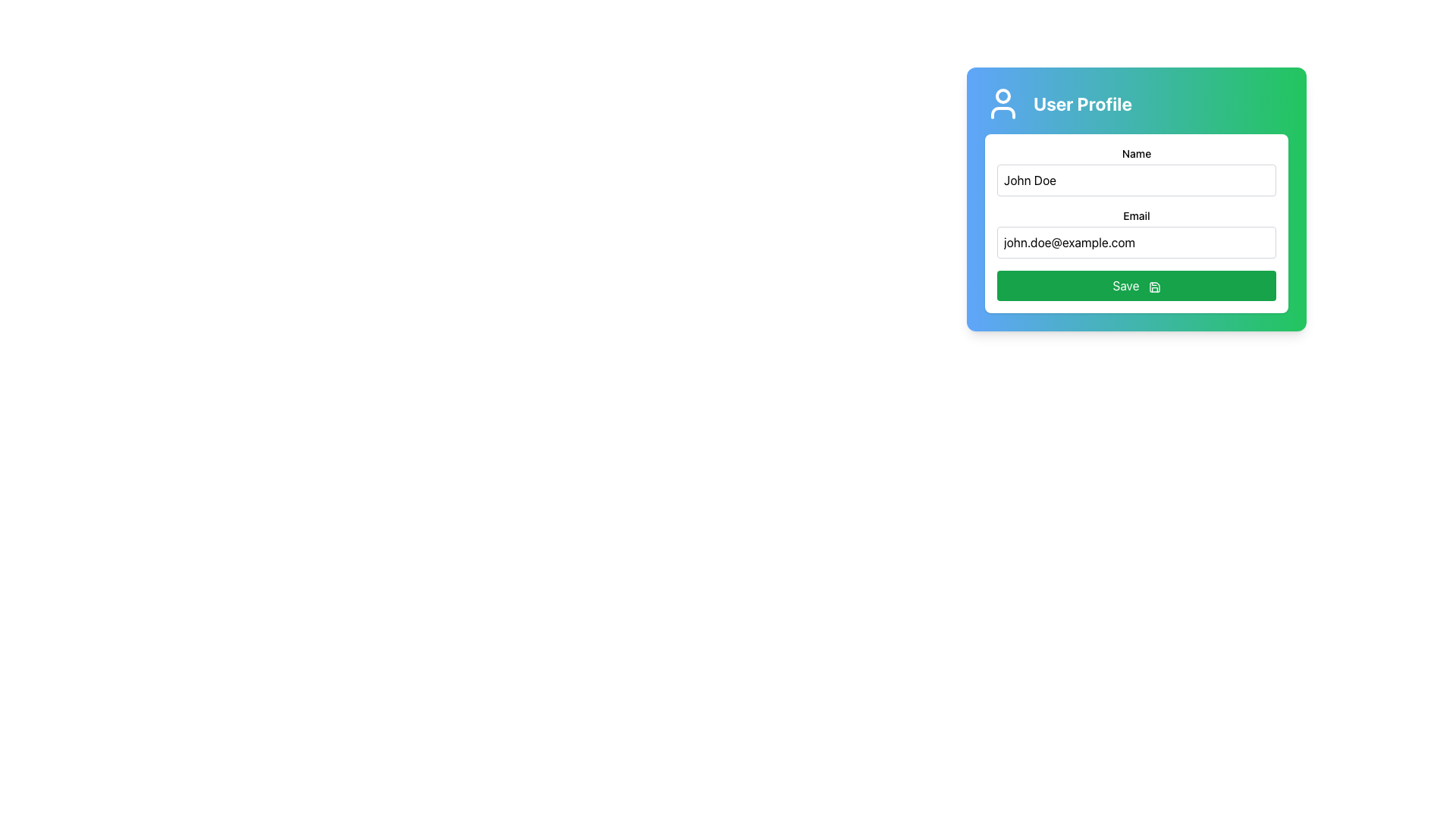  Describe the element at coordinates (1003, 96) in the screenshot. I see `the small circular SVG element located at the center of the user profile icon in the top-left corner of the user profile card` at that location.